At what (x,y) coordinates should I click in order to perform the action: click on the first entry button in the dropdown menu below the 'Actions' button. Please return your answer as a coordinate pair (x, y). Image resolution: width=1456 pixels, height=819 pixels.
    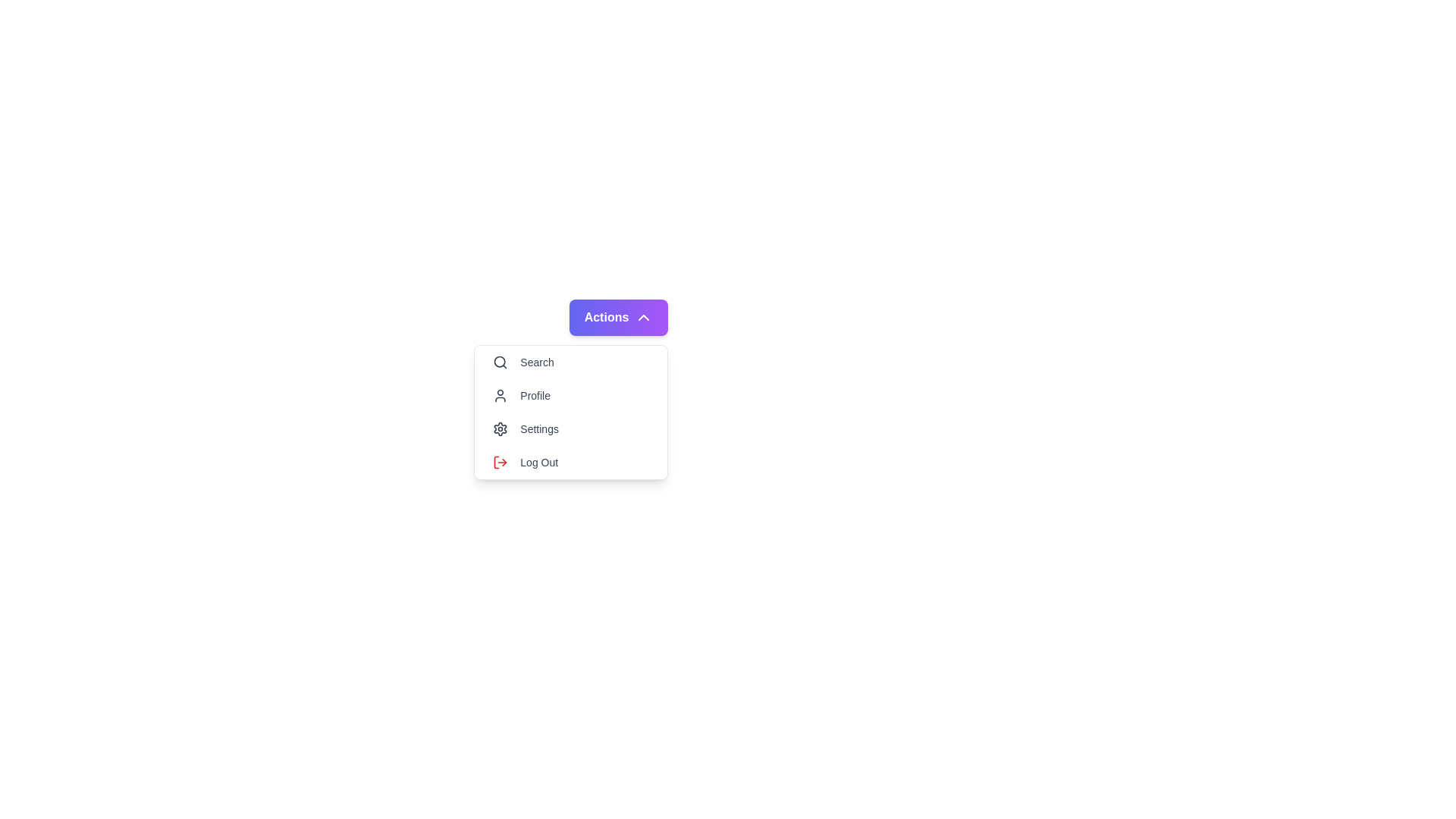
    Looking at the image, I should click on (570, 362).